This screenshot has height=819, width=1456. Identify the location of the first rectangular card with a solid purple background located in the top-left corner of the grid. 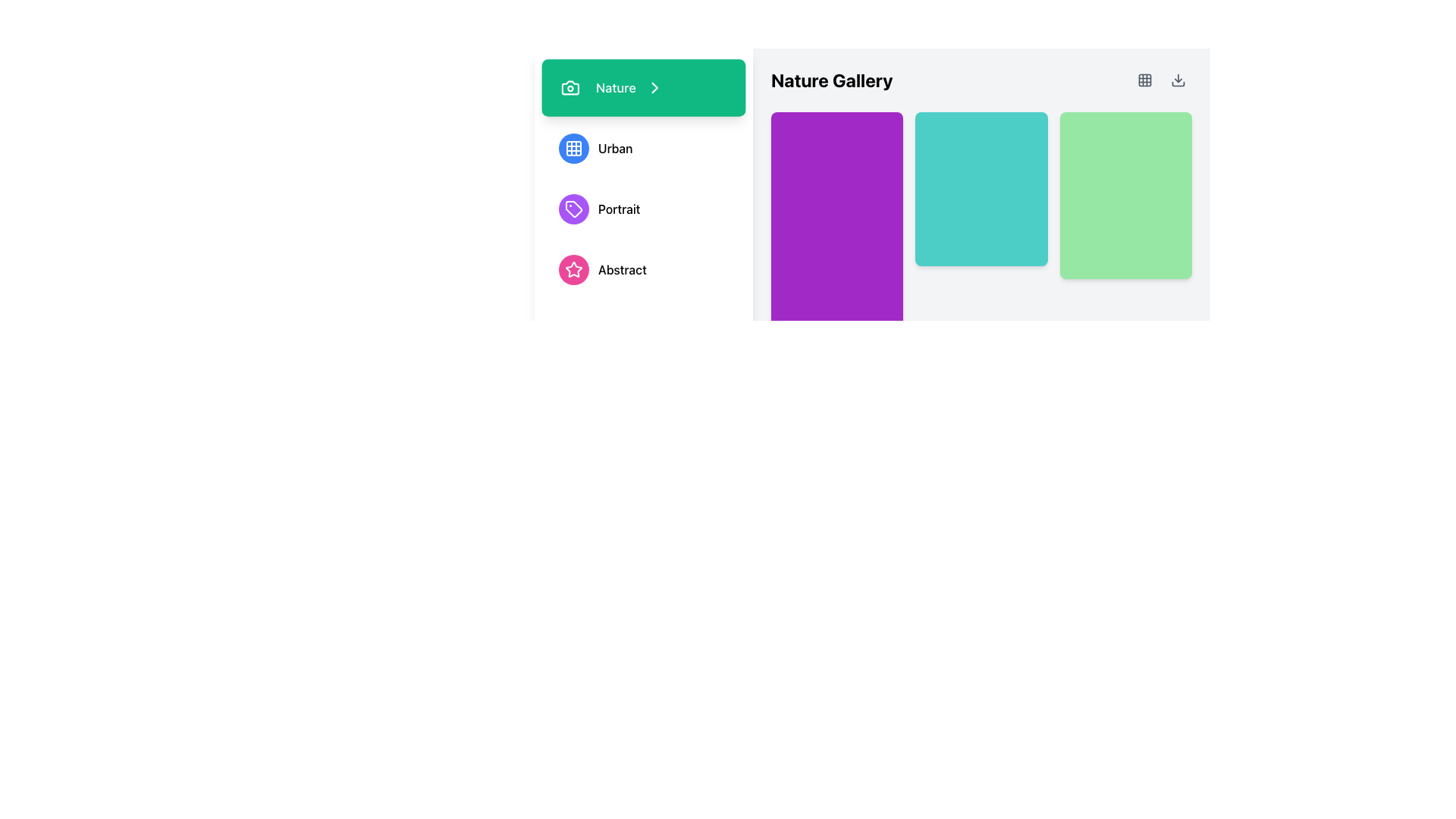
(836, 260).